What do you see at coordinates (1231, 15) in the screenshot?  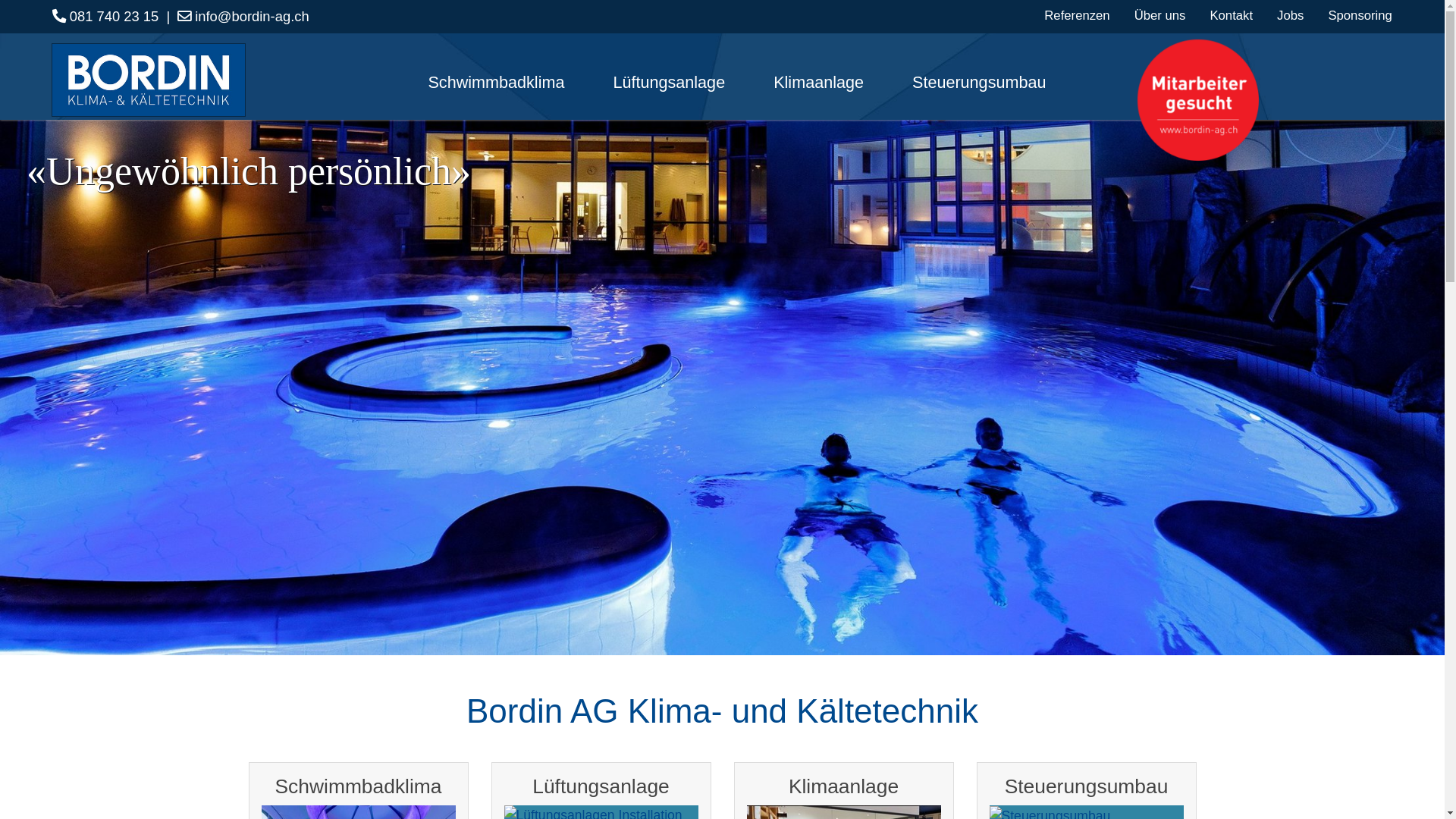 I see `'Kontakt'` at bounding box center [1231, 15].